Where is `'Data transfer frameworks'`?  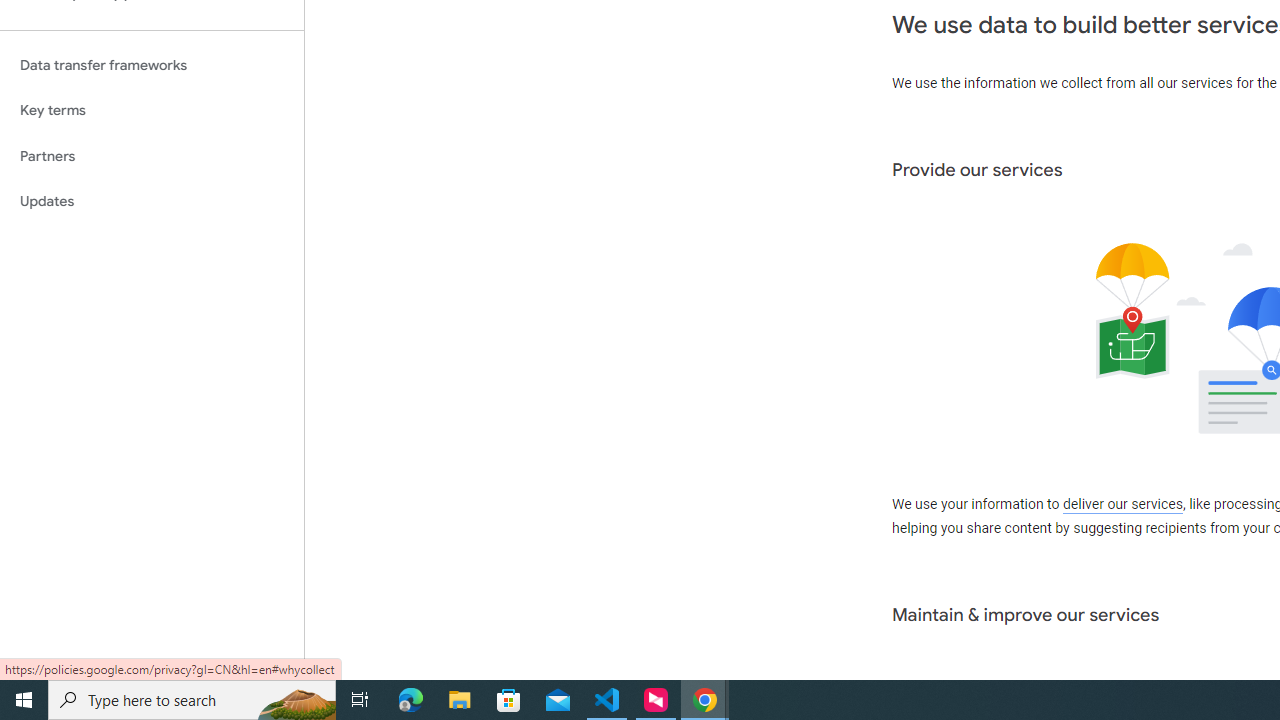
'Data transfer frameworks' is located at coordinates (151, 64).